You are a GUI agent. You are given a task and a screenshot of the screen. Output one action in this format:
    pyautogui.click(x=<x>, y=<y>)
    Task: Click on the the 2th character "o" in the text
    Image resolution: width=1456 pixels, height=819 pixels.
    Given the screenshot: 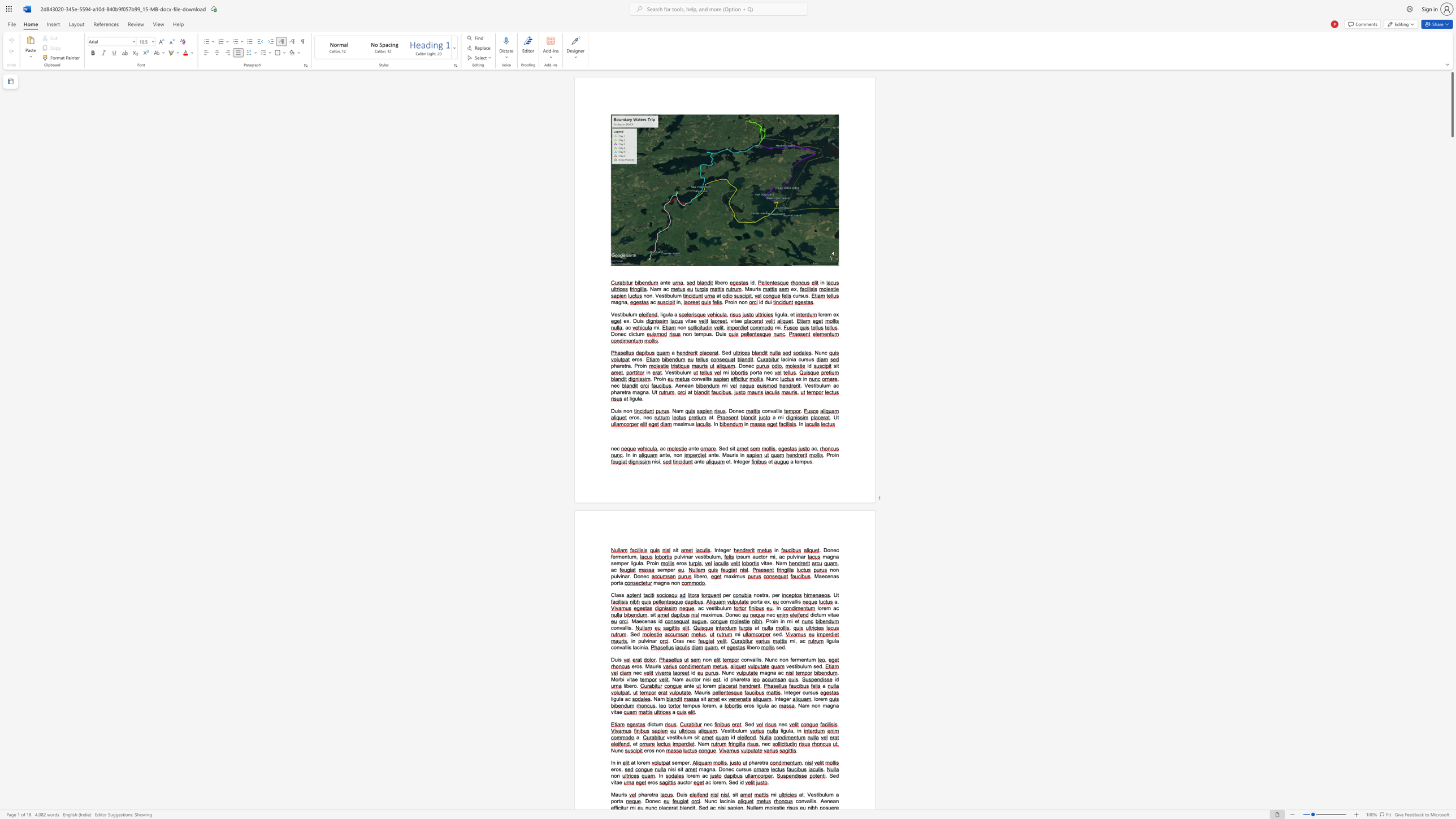 What is the action you would take?
    pyautogui.click(x=660, y=749)
    